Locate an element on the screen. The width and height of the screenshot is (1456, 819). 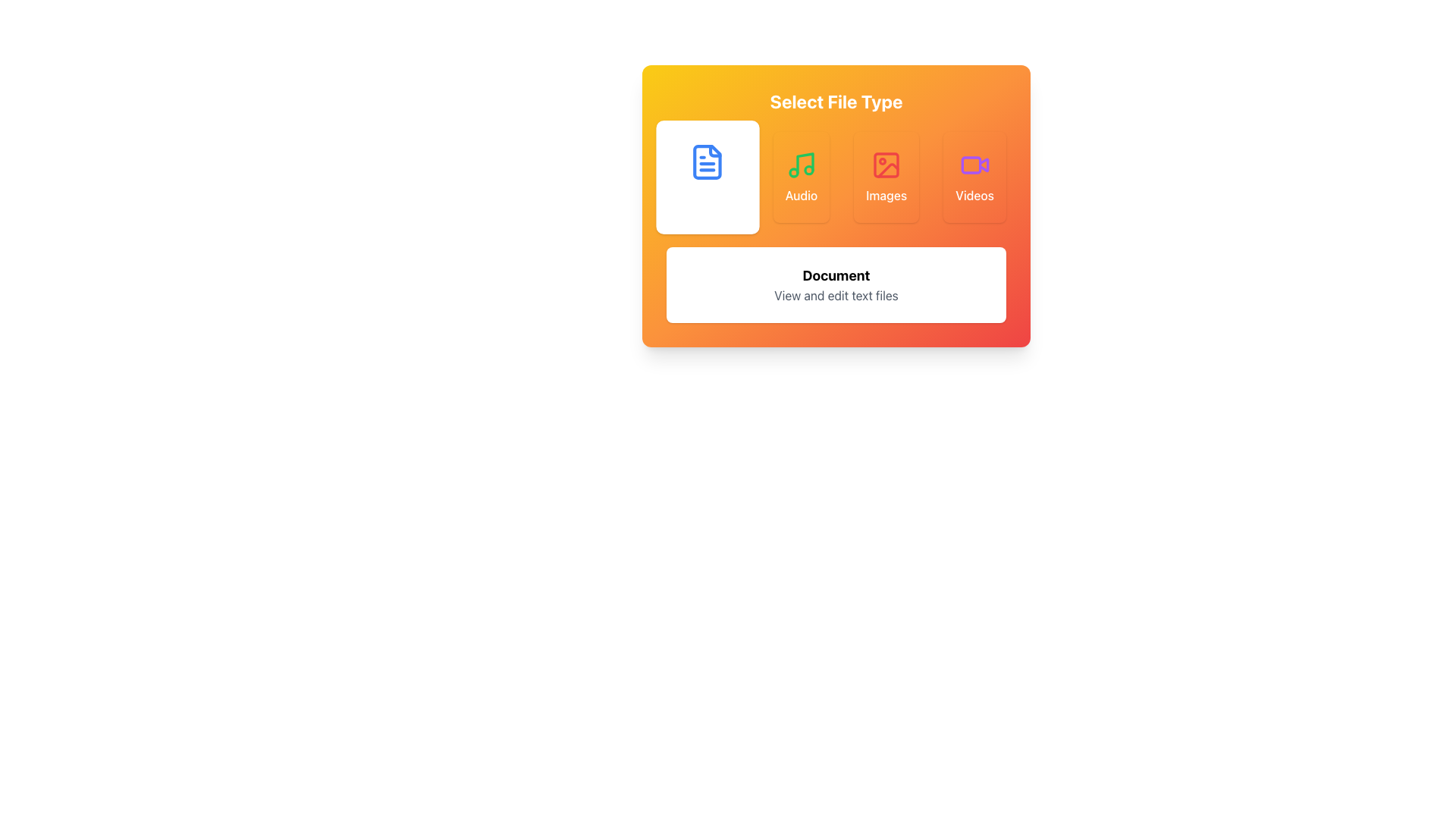
the icon within the red outlined button that represents the 'Images' category in the 'Select File Type' menu is located at coordinates (886, 165).